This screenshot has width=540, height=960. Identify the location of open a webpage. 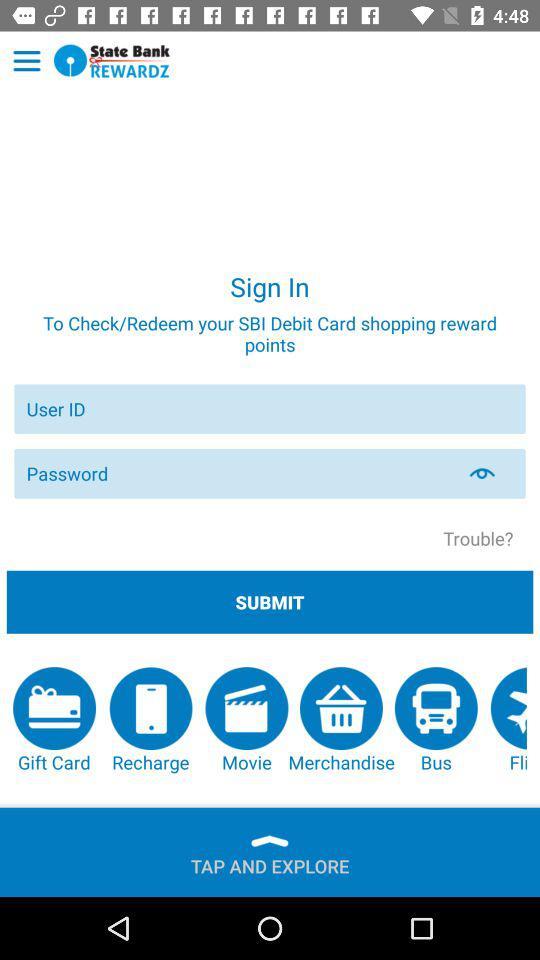
(112, 61).